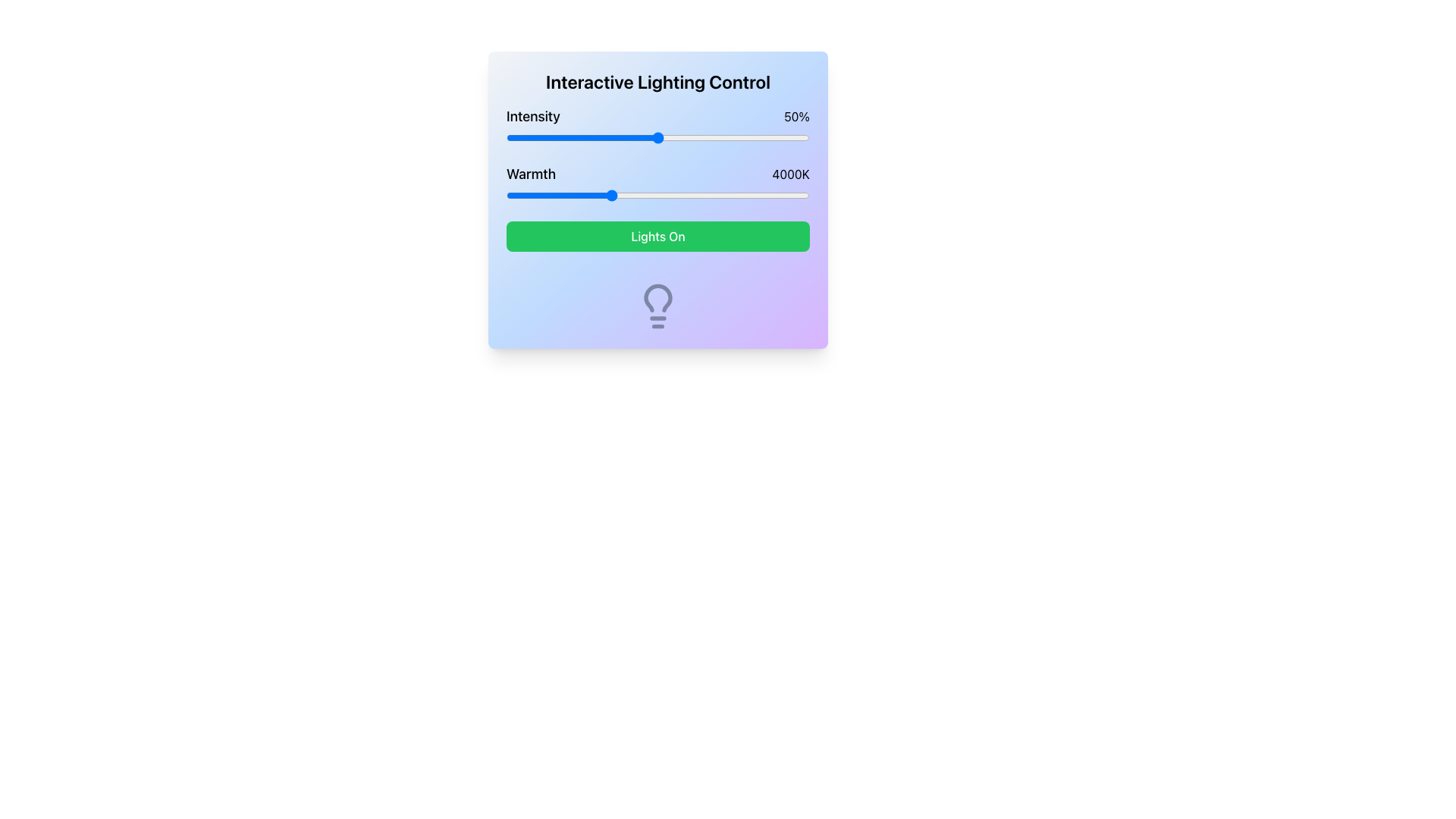  I want to click on the rectangular button with a vibrant green background and the text 'Lights On' to receive feedback, so click(658, 237).